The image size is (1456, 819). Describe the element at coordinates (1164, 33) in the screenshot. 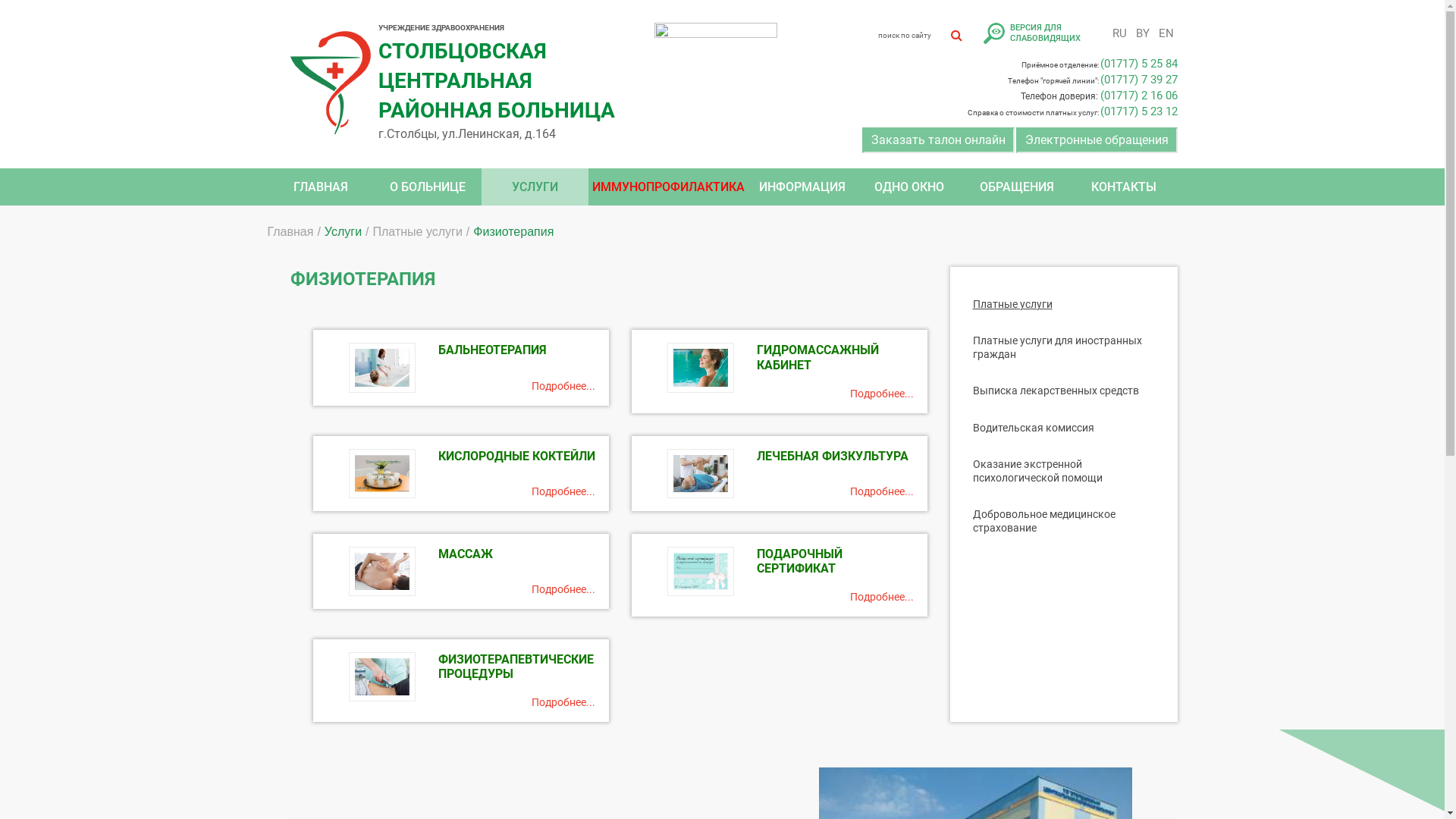

I see `'EN'` at that location.